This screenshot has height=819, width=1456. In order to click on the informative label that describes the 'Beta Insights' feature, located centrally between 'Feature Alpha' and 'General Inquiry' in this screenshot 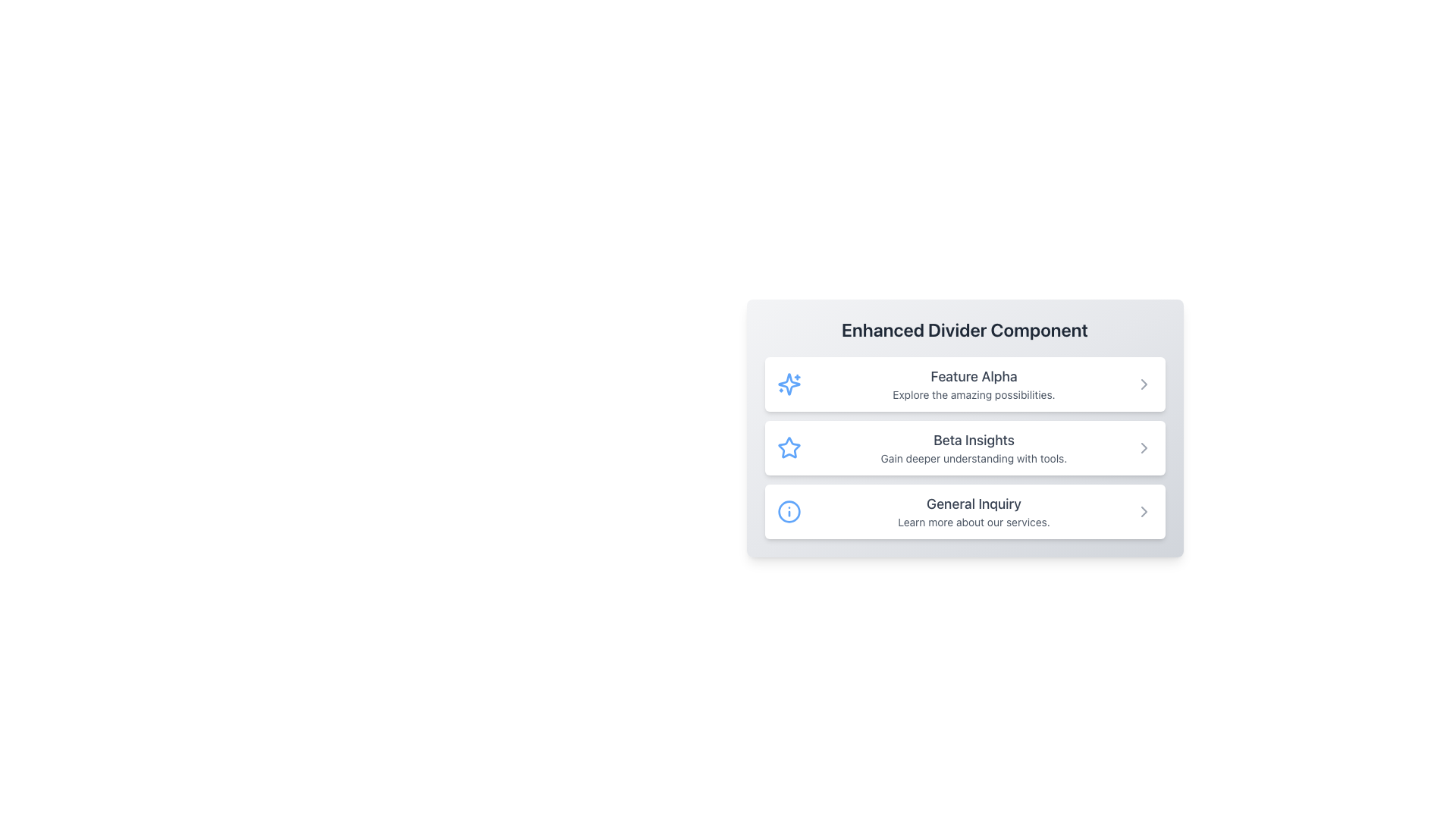, I will do `click(974, 447)`.